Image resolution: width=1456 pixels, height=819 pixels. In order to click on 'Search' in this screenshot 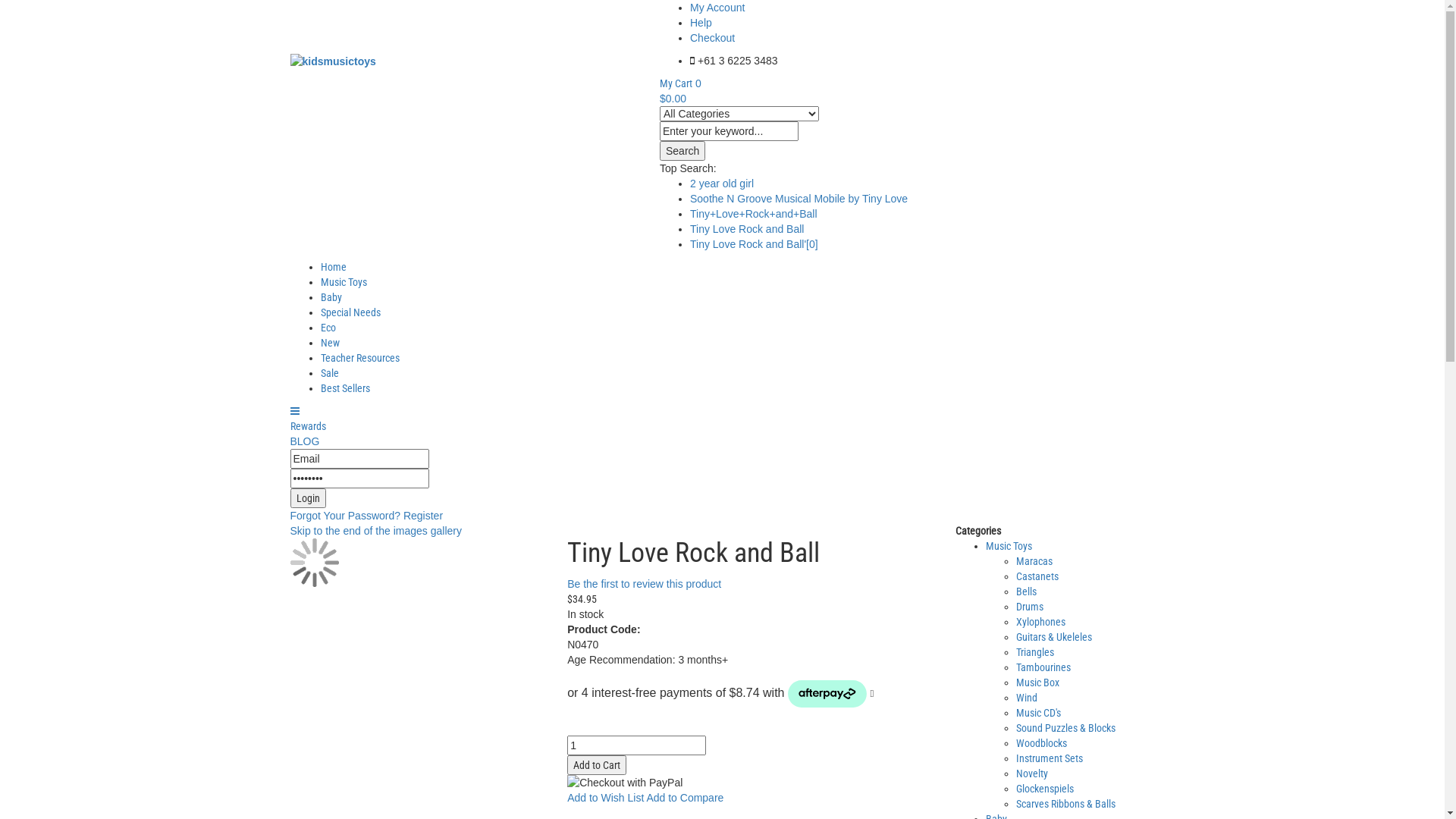, I will do `click(682, 151)`.